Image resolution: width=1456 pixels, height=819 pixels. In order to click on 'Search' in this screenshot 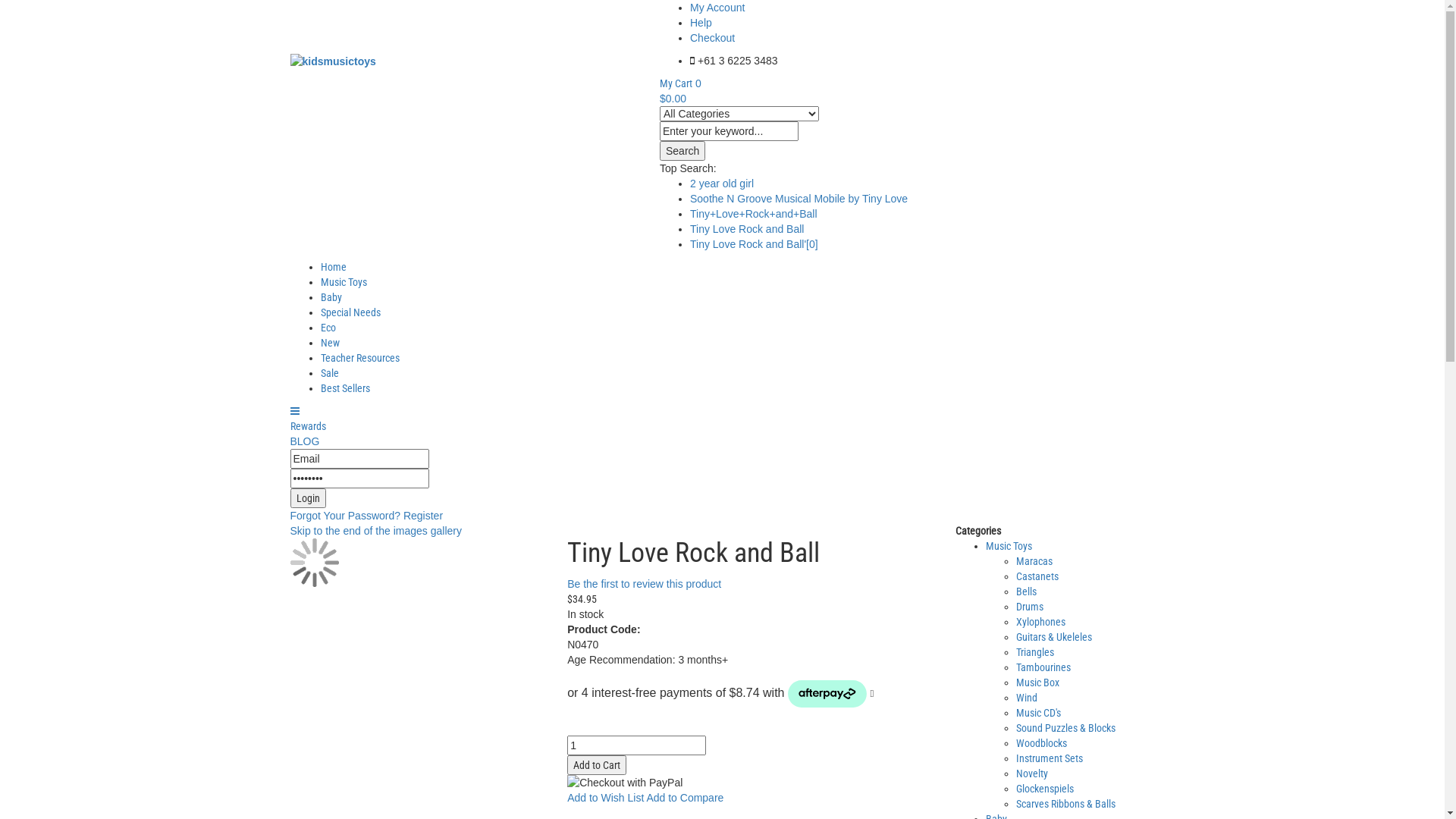, I will do `click(682, 151)`.